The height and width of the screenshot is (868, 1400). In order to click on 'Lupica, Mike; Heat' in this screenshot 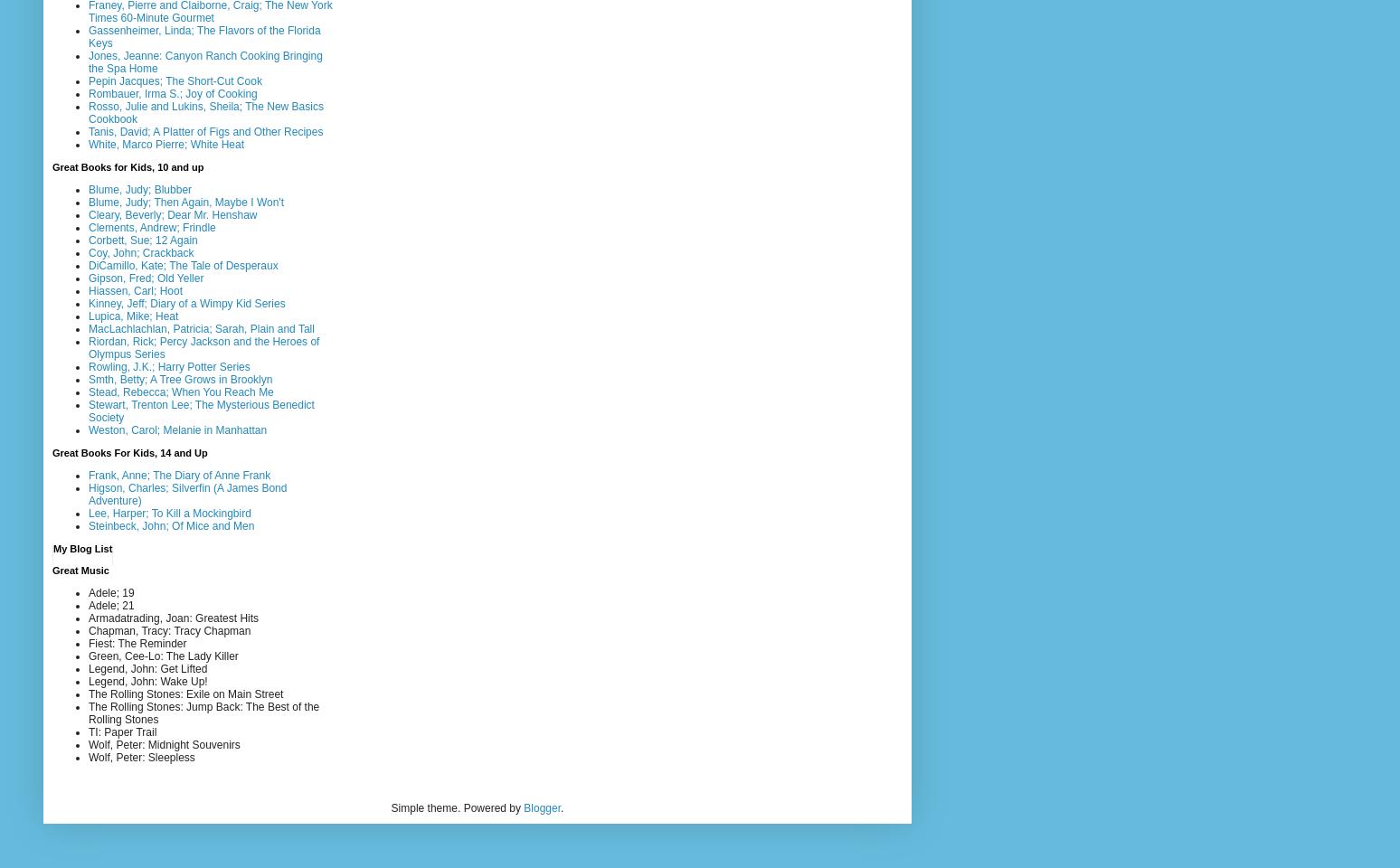, I will do `click(133, 315)`.